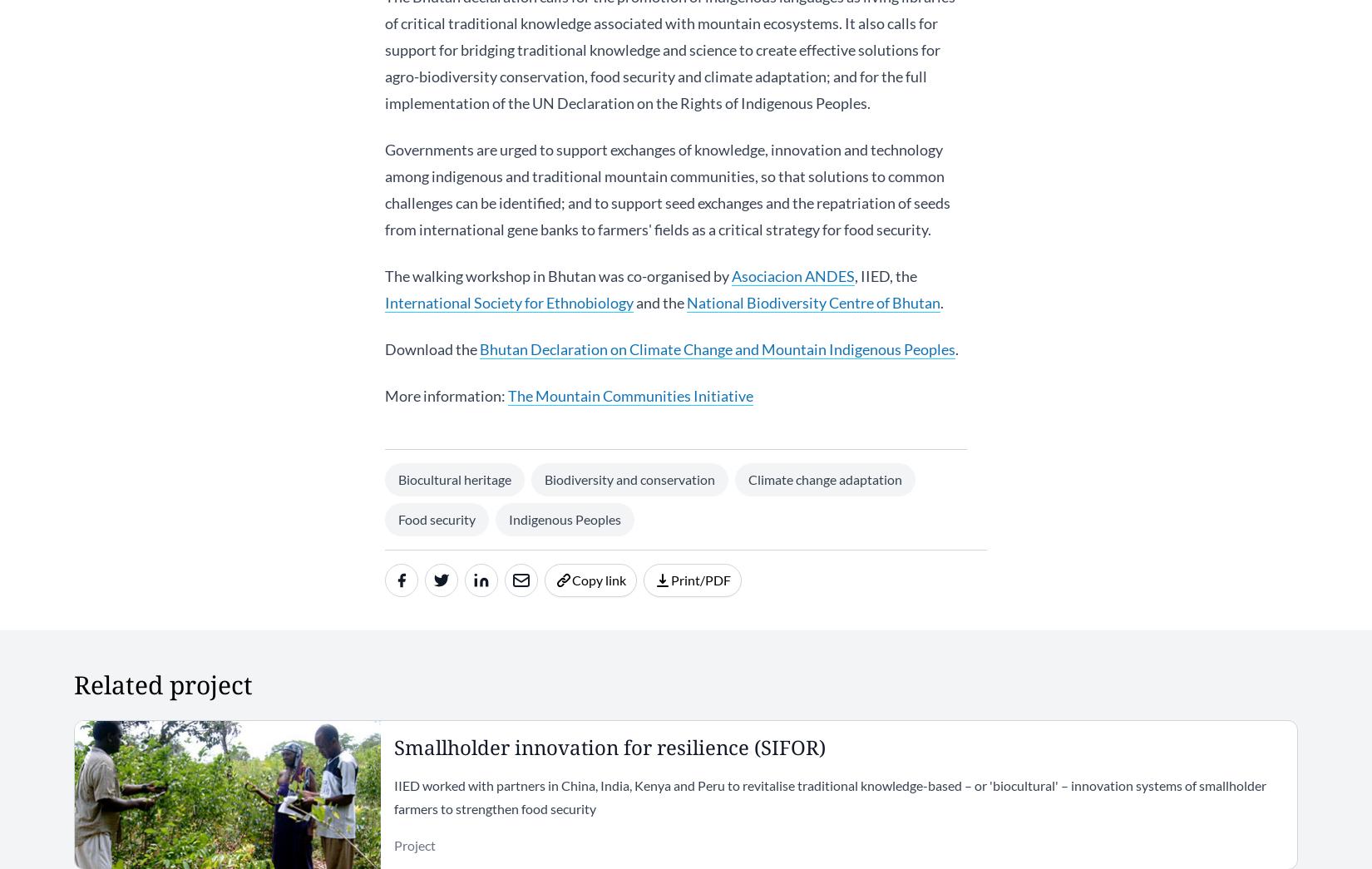  What do you see at coordinates (383, 190) in the screenshot?
I see `'Governments are urged to support exchanges of knowledge, innovation and technology among indigenous and traditional mountain communities, so that solutions to common challenges can be identified; and to support seed exchanges and the repatriation of seeds from international gene banks to farmers' fields as a critical strategy for food security.'` at bounding box center [383, 190].